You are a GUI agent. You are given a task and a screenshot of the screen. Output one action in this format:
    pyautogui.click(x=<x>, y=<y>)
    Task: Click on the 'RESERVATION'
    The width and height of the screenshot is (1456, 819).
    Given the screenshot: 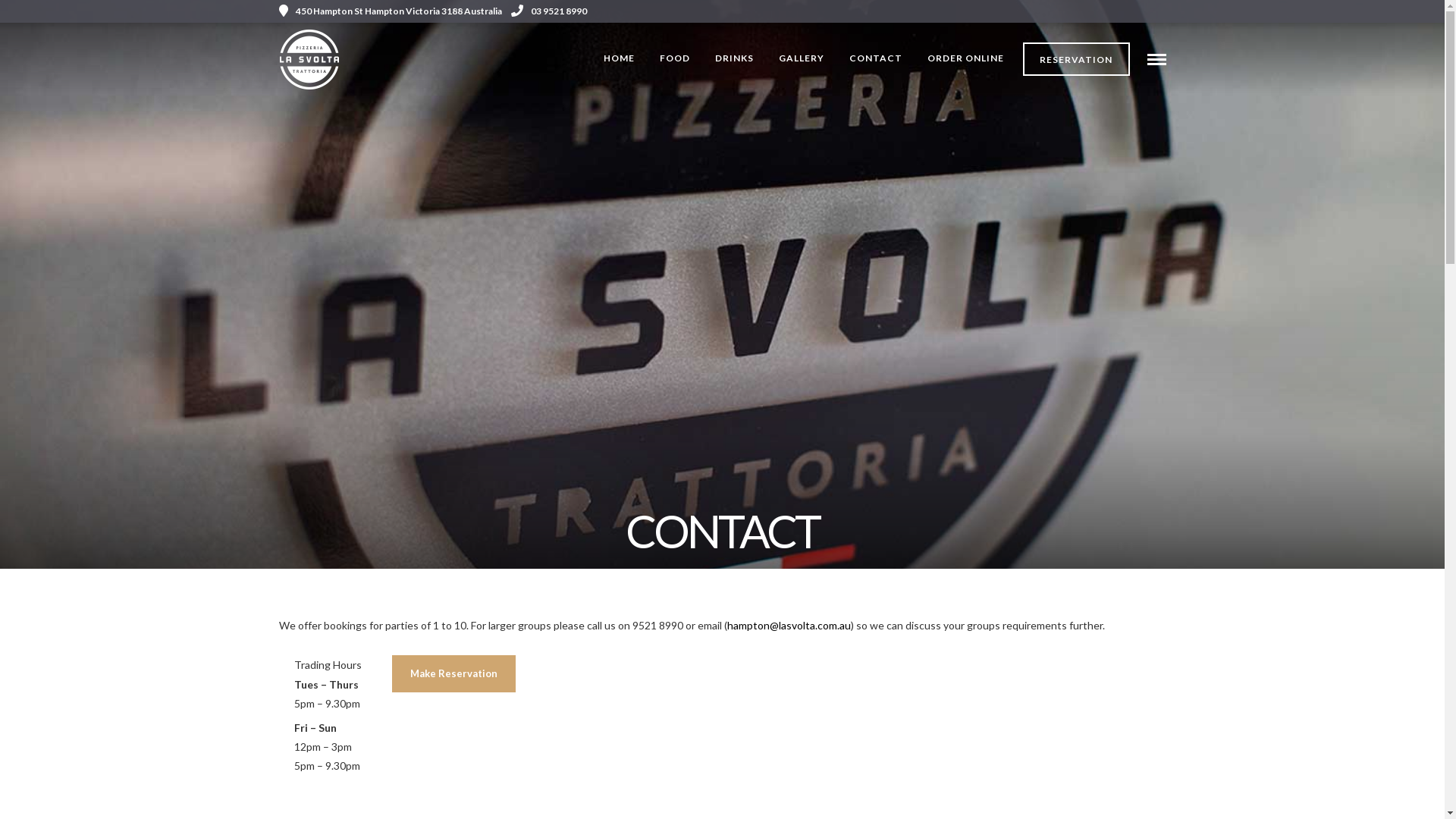 What is the action you would take?
    pyautogui.click(x=1075, y=58)
    